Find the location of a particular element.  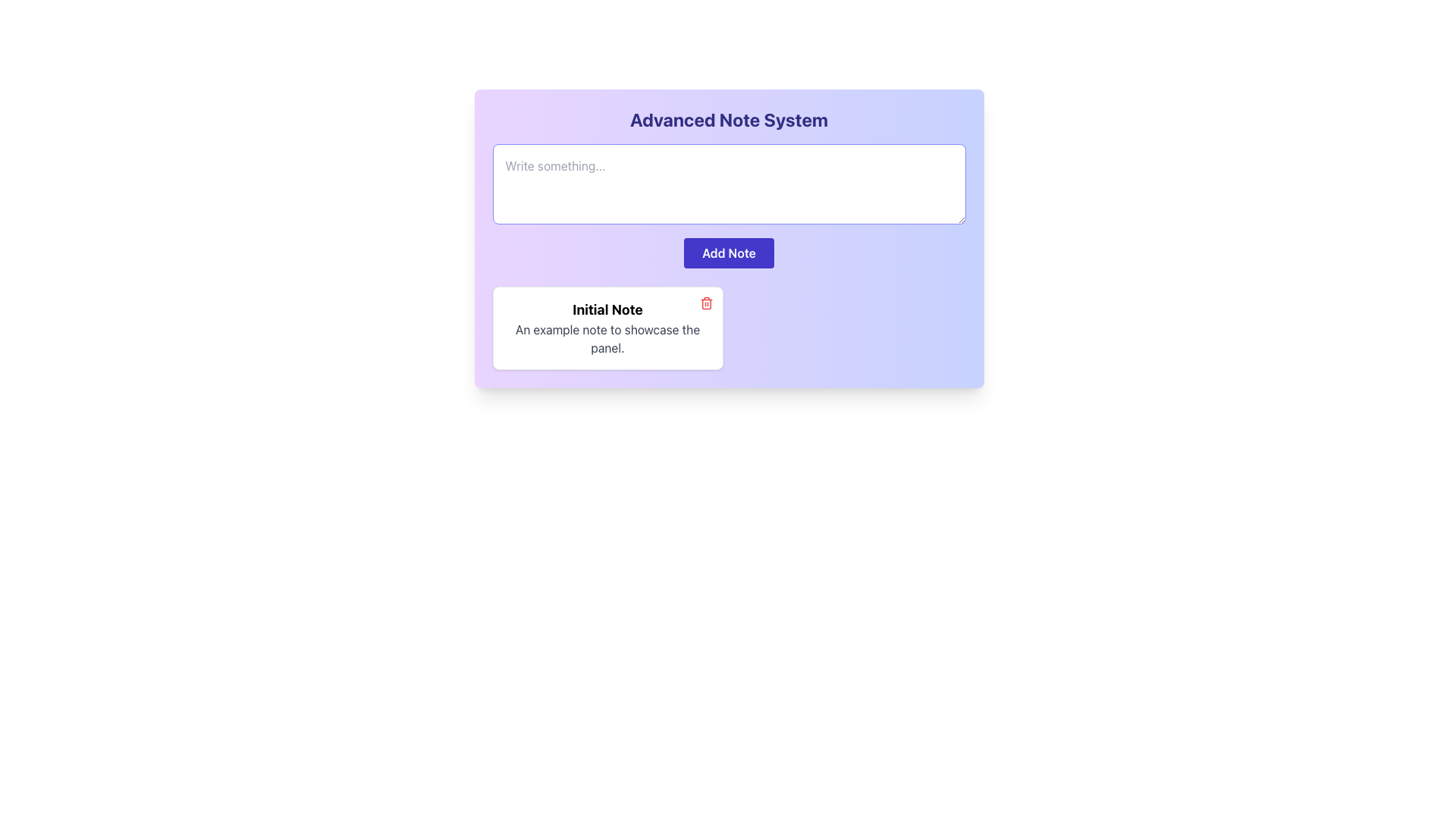

the bold and large text label that reads 'Advanced Note System' at the top of the user interface card is located at coordinates (729, 119).